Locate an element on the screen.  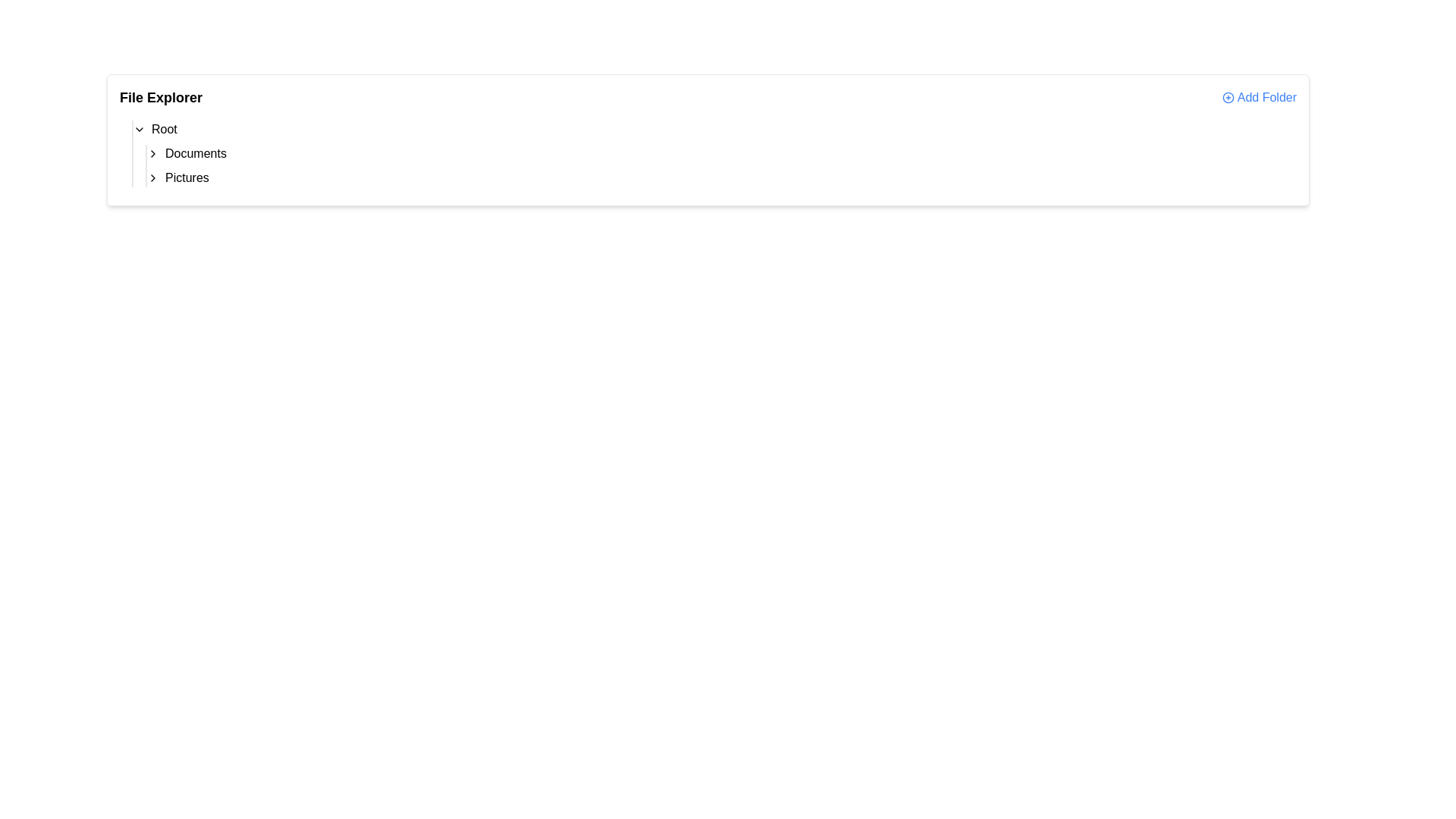
the 'Root' label text in the File Explorer section to initiate a tooltip or highlight is located at coordinates (164, 128).